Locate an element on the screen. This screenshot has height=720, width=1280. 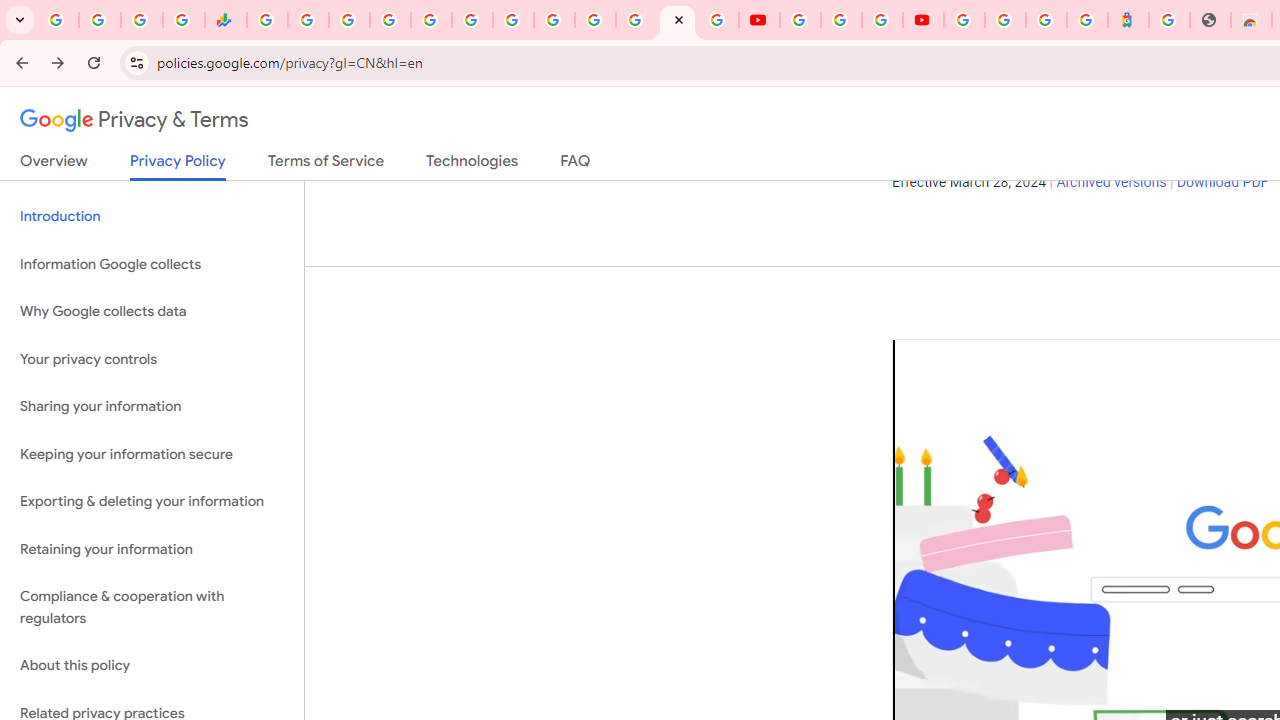
'Sign in - Google Accounts' is located at coordinates (1005, 20).